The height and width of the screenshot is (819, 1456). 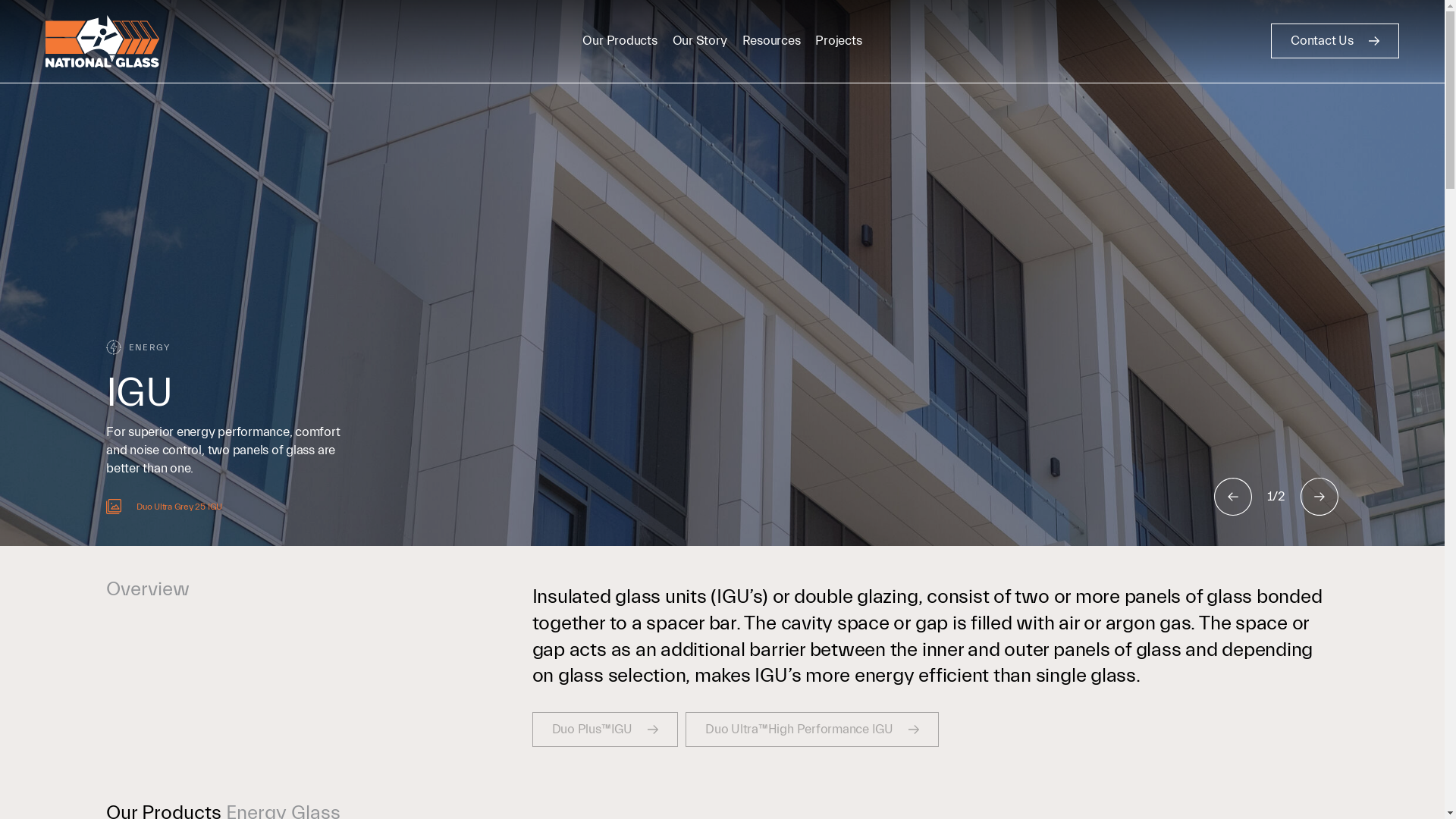 What do you see at coordinates (1318, 497) in the screenshot?
I see `'Next'` at bounding box center [1318, 497].